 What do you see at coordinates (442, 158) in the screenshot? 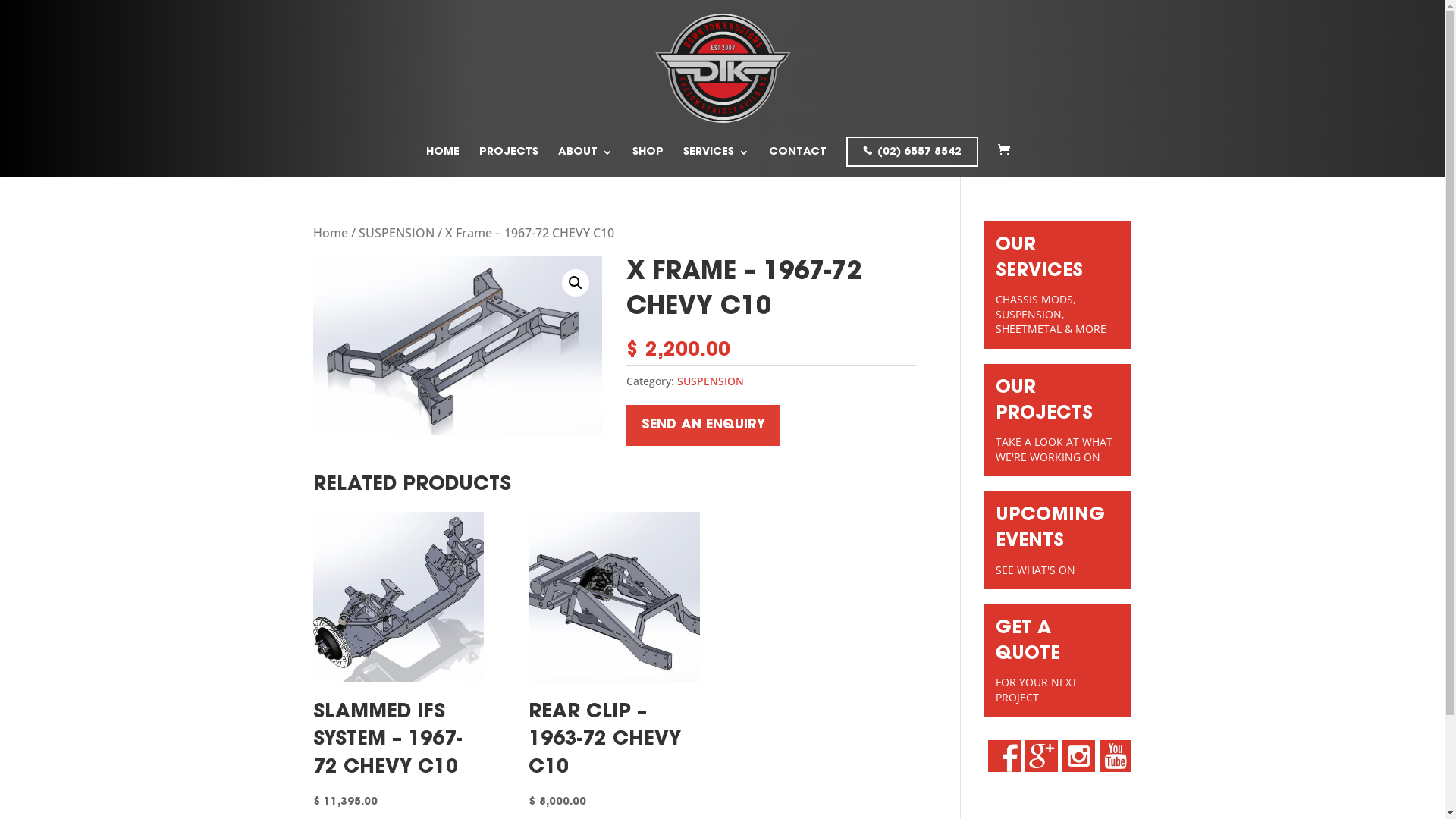
I see `'HOME'` at bounding box center [442, 158].